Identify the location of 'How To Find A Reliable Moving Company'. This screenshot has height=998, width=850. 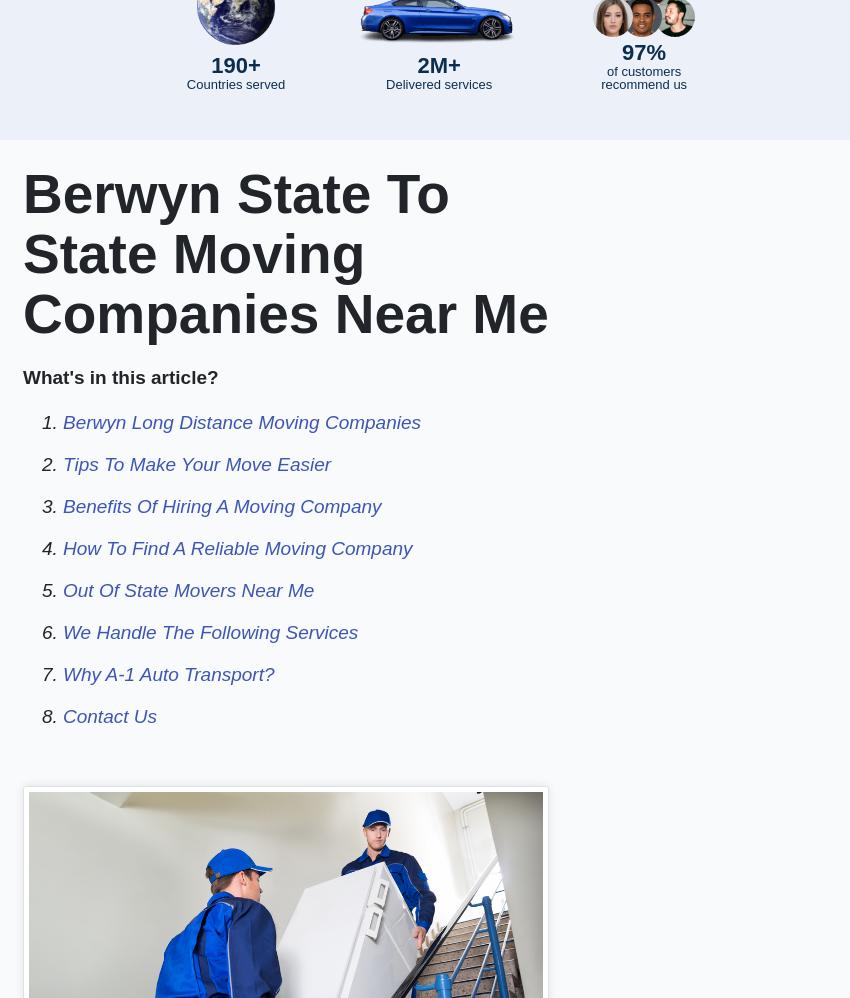
(62, 548).